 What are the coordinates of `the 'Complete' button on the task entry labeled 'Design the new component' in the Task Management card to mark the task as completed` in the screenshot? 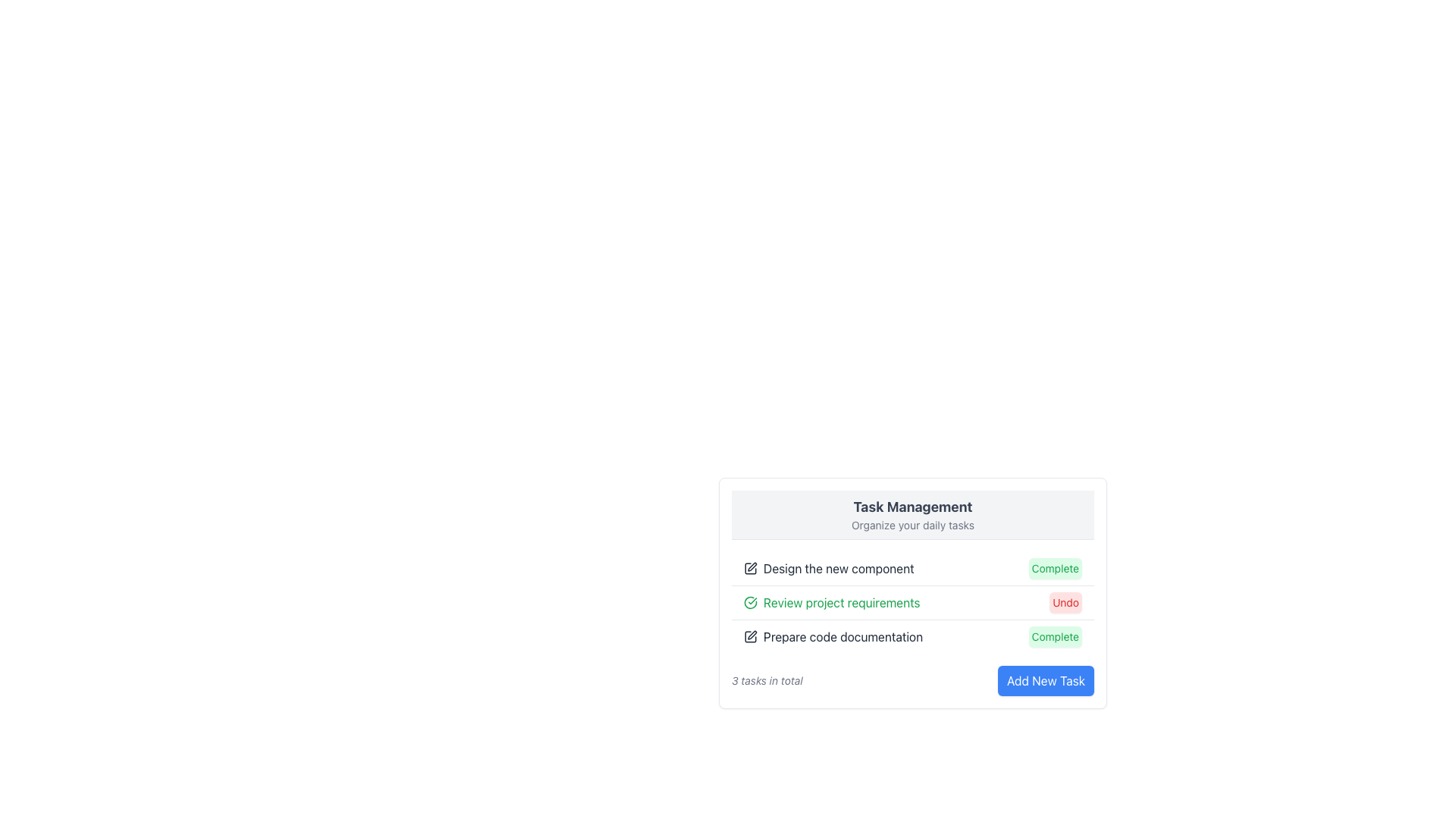 It's located at (912, 568).